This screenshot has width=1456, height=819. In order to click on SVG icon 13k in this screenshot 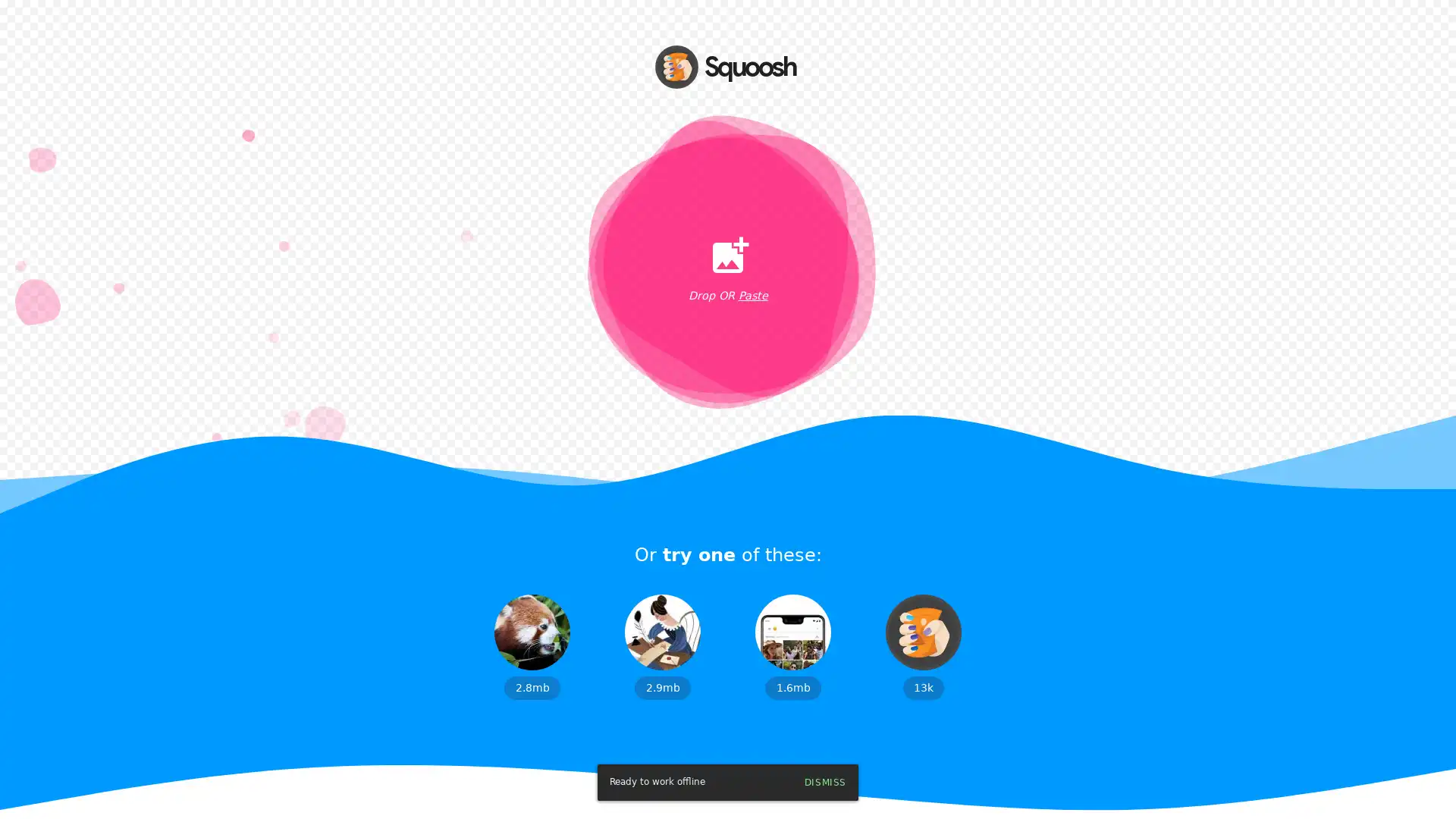, I will do `click(923, 646)`.